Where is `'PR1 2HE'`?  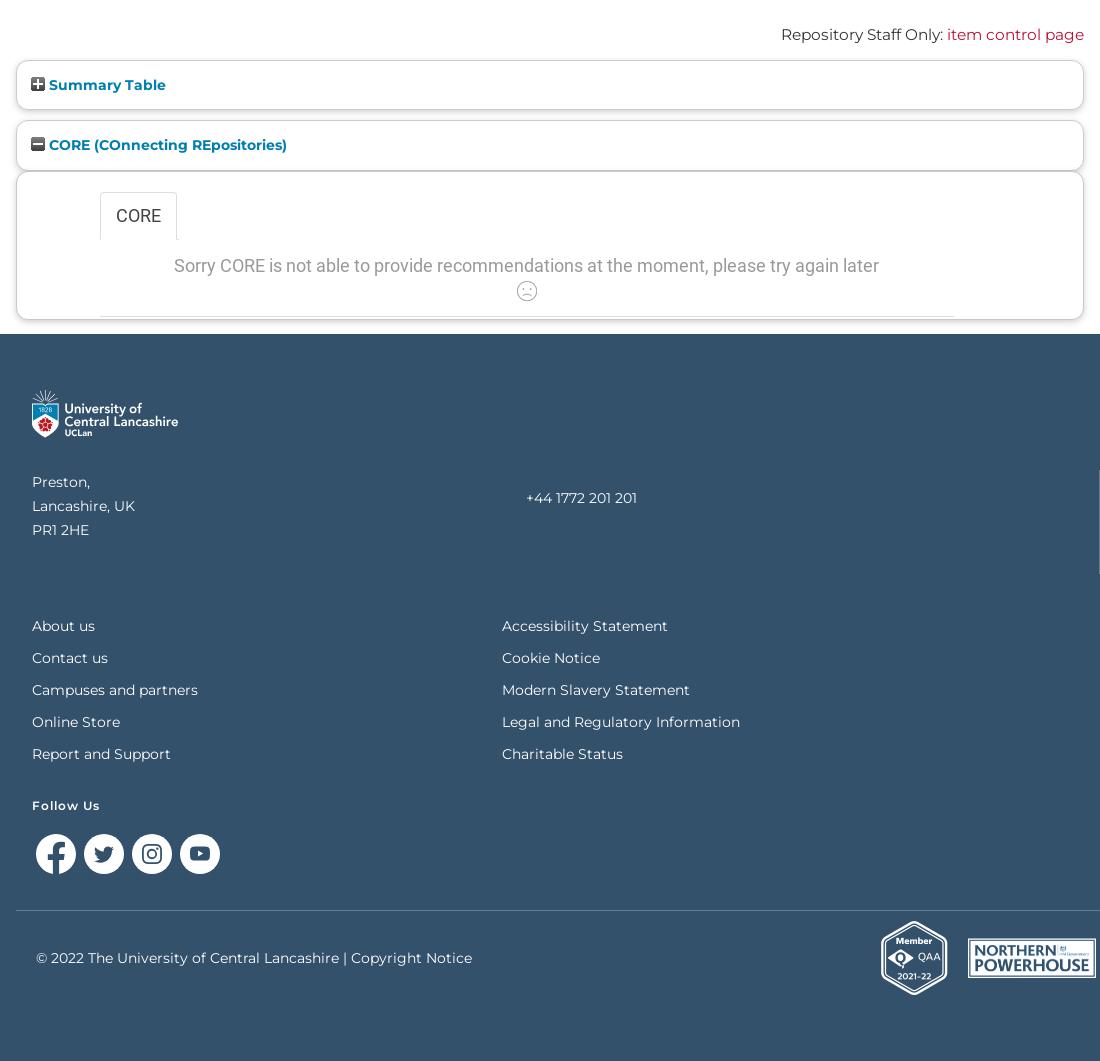
'PR1 2HE' is located at coordinates (59, 529).